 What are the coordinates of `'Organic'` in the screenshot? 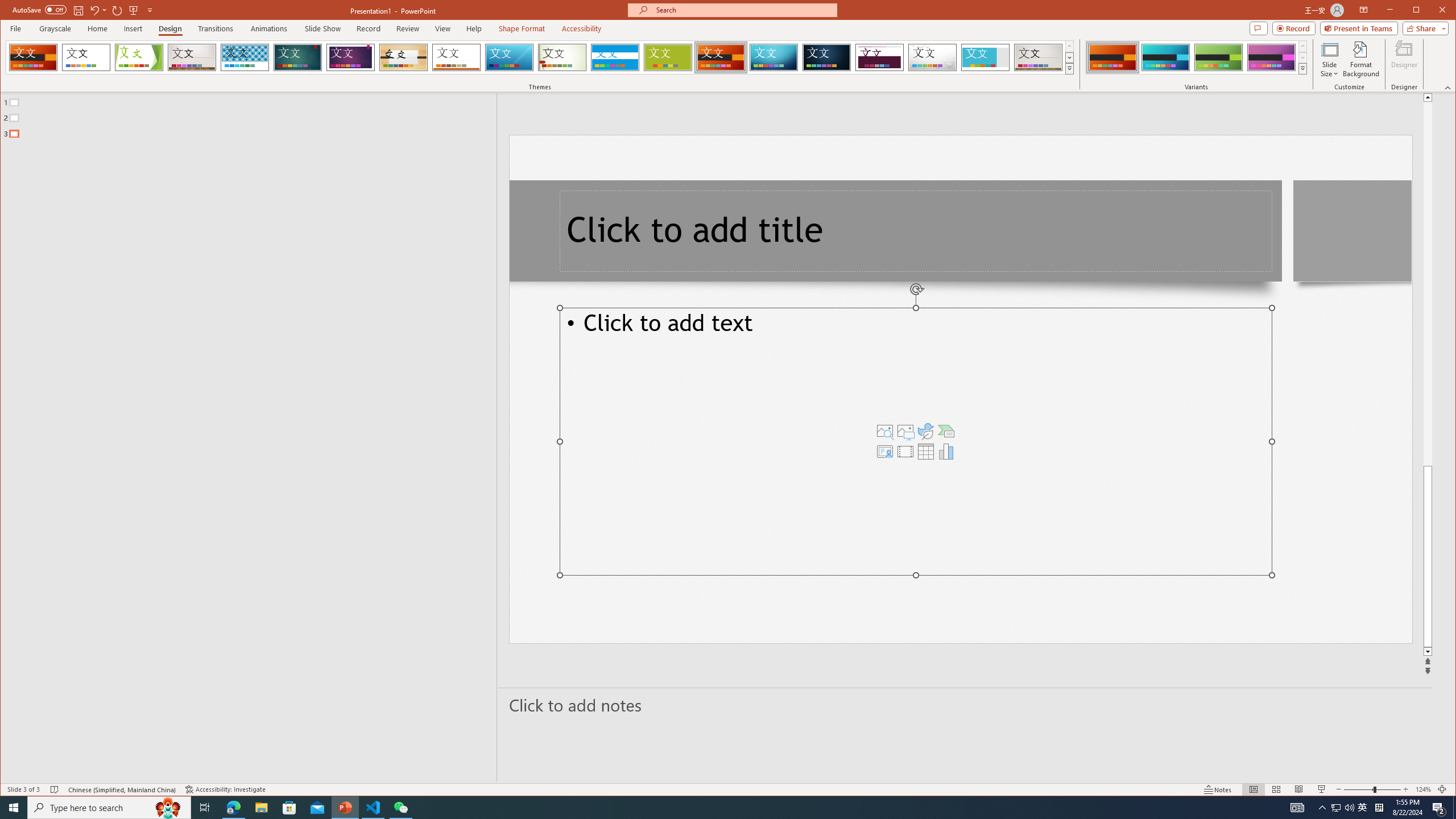 It's located at (403, 57).